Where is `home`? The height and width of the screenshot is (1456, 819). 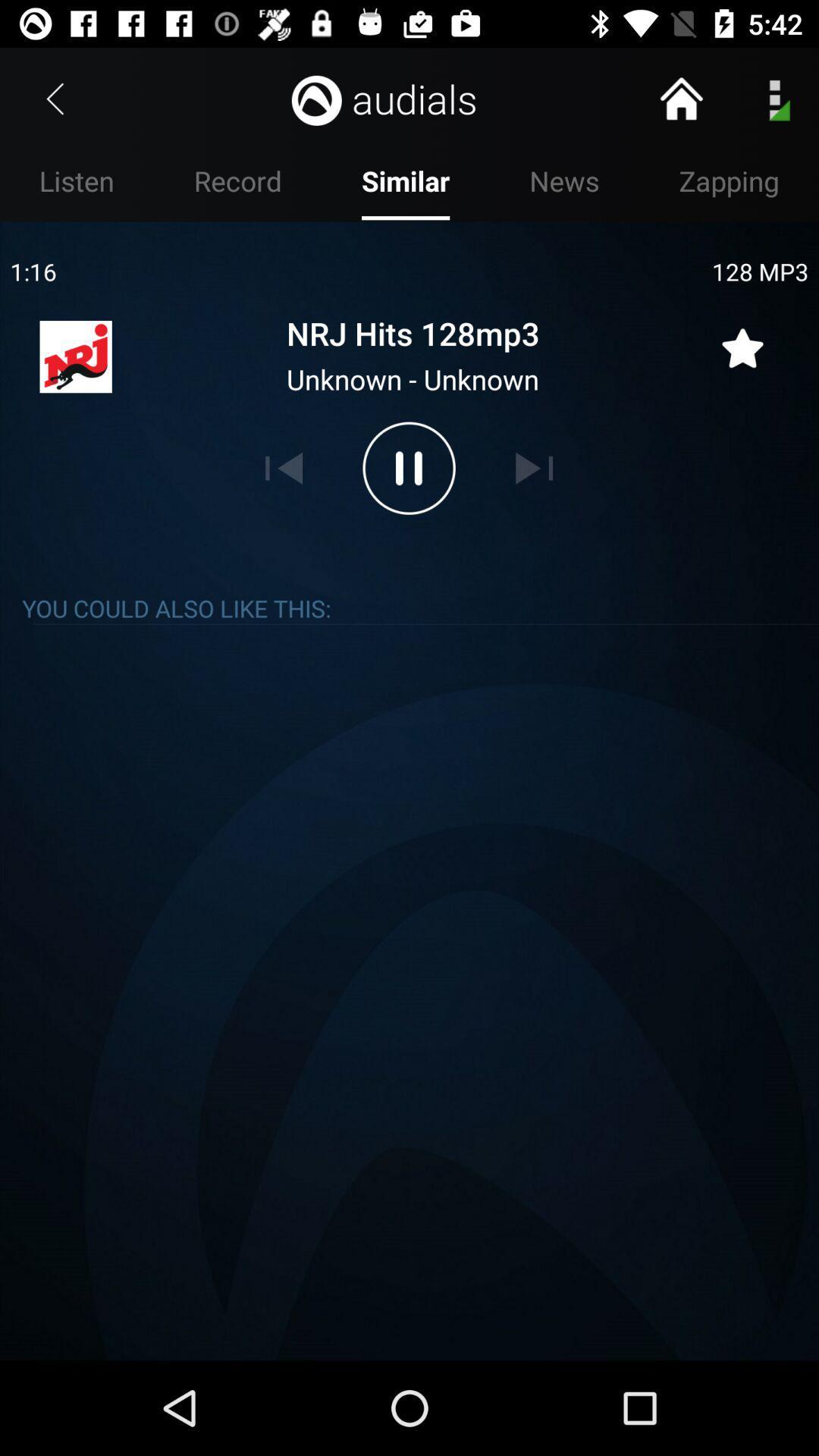 home is located at coordinates (680, 98).